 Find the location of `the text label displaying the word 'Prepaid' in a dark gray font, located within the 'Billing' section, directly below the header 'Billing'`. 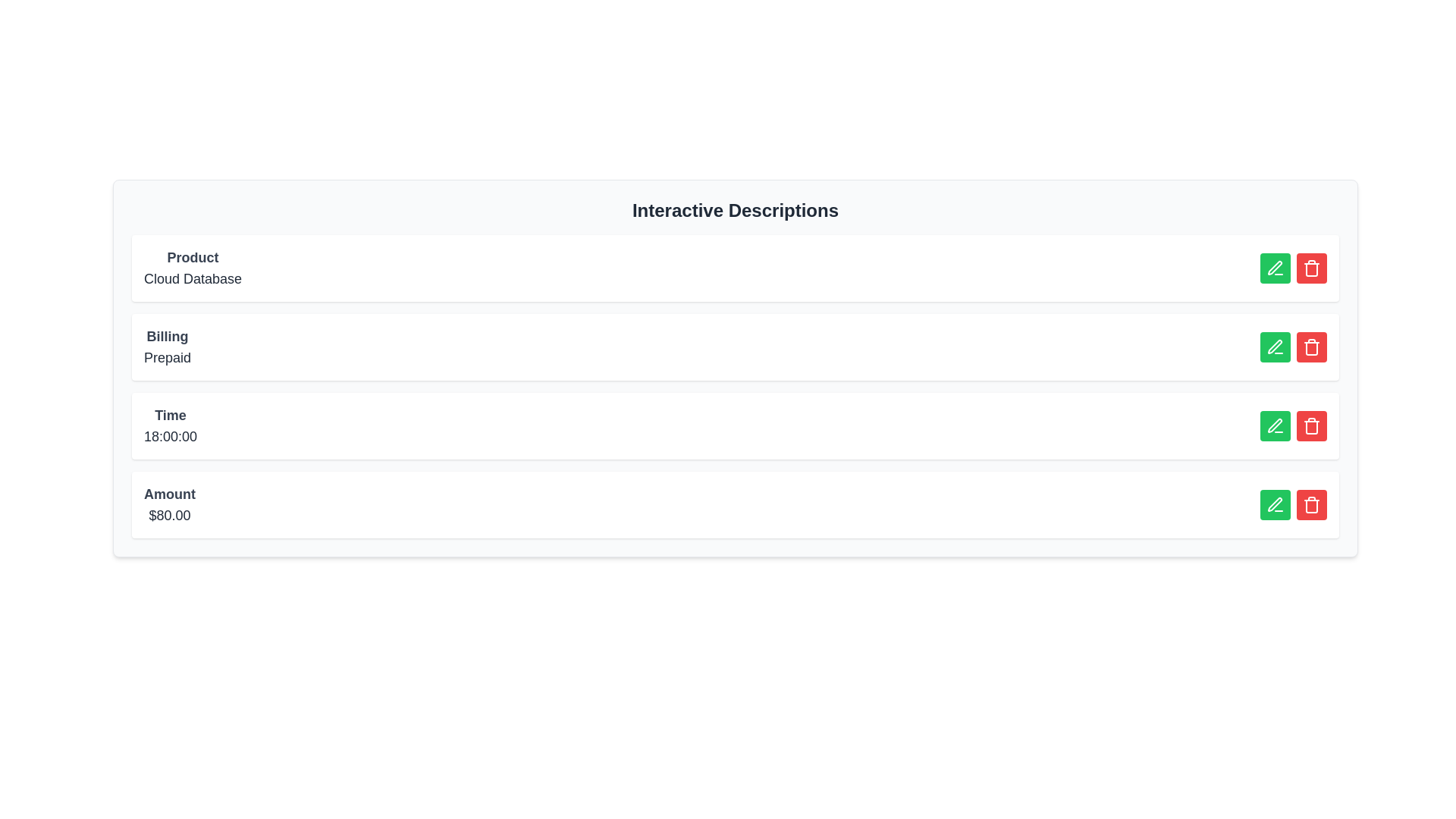

the text label displaying the word 'Prepaid' in a dark gray font, located within the 'Billing' section, directly below the header 'Billing' is located at coordinates (167, 357).